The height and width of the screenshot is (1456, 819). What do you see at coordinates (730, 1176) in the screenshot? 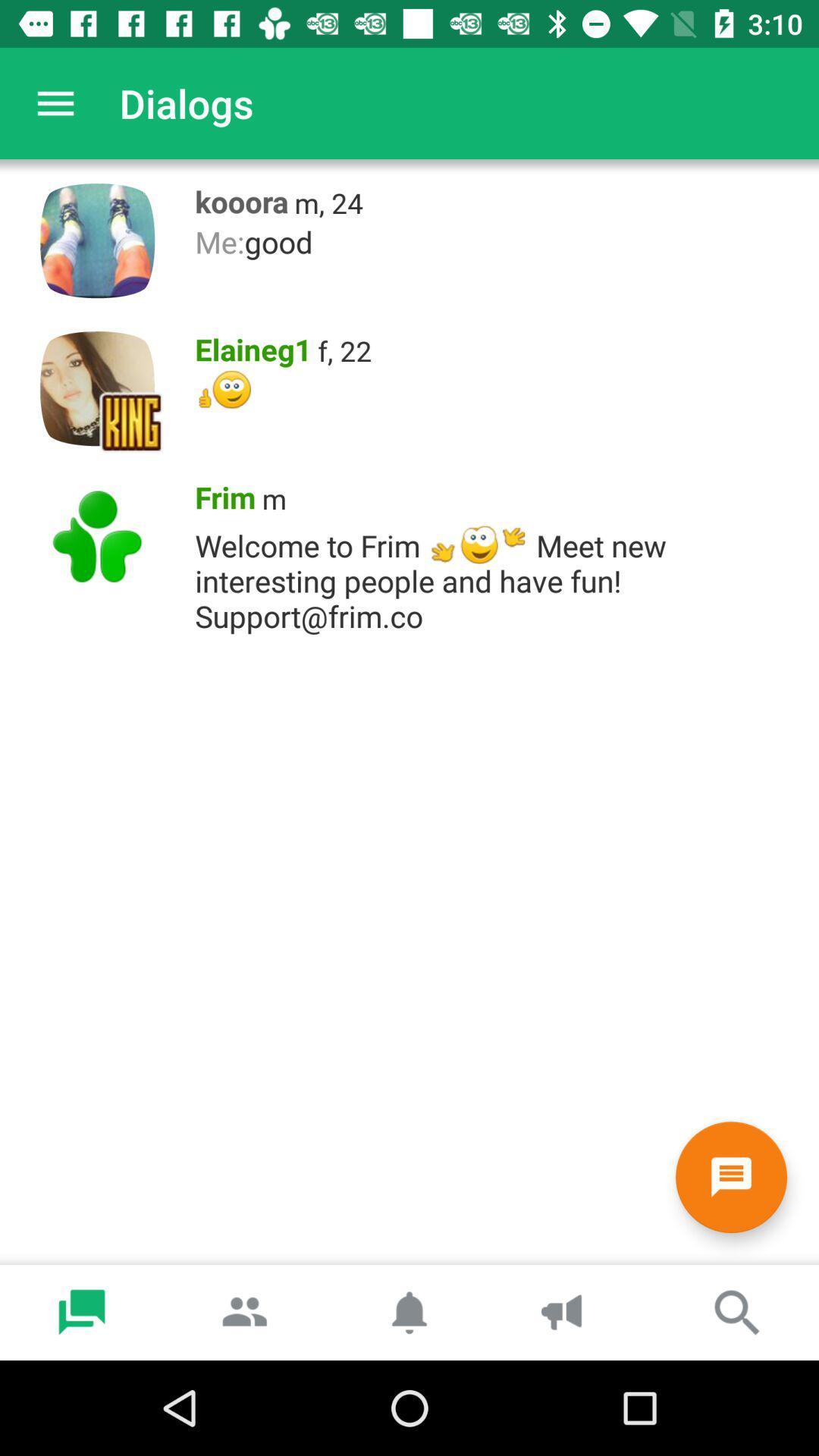
I see `item below the welcome to frim` at bounding box center [730, 1176].